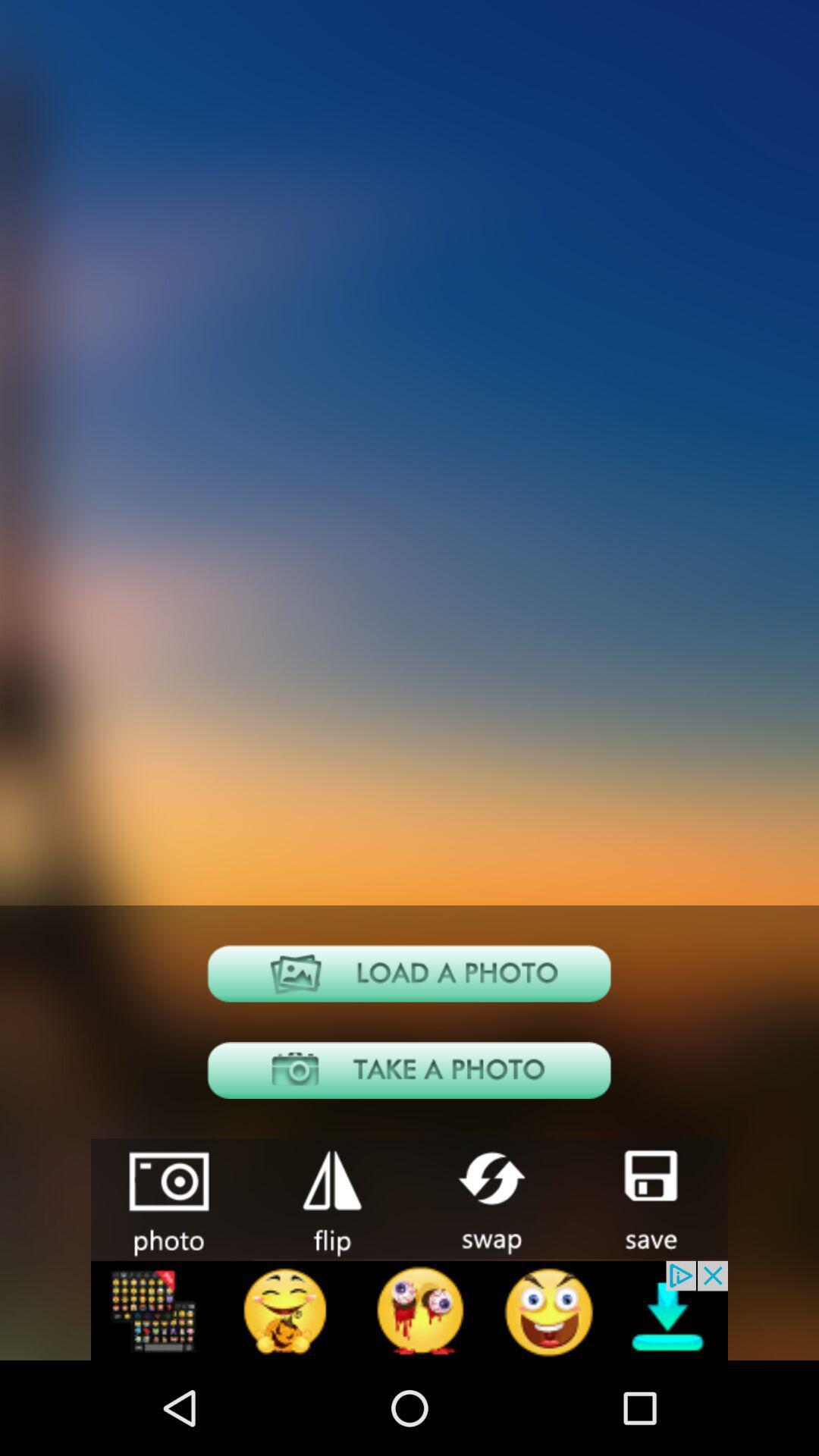 The height and width of the screenshot is (1456, 819). Describe the element at coordinates (409, 973) in the screenshot. I see `photo` at that location.